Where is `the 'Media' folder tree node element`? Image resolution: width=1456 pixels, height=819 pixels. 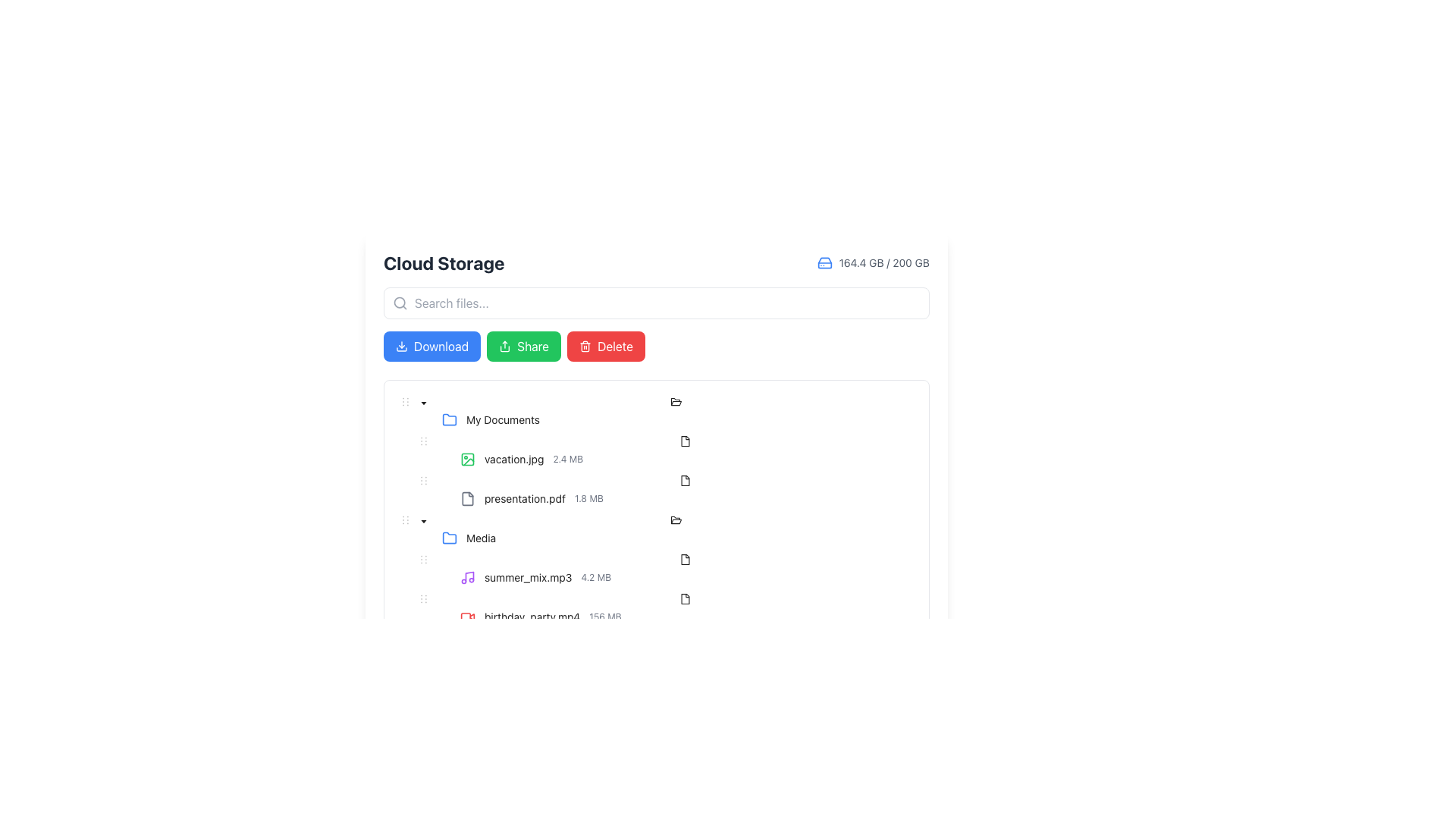 the 'Media' folder tree node element is located at coordinates (676, 529).